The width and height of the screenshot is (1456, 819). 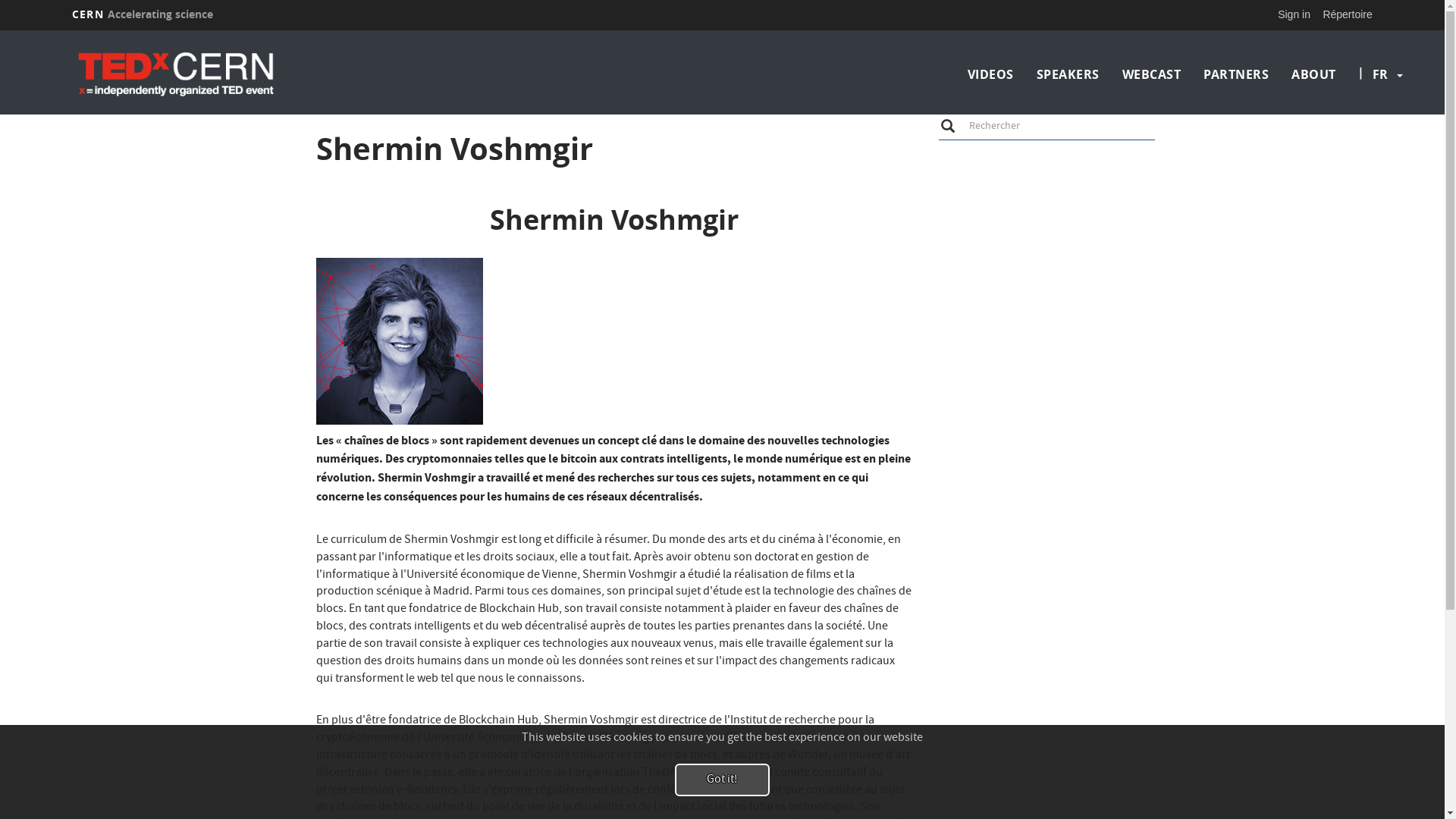 What do you see at coordinates (1036, 74) in the screenshot?
I see `'SPEAKERS'` at bounding box center [1036, 74].